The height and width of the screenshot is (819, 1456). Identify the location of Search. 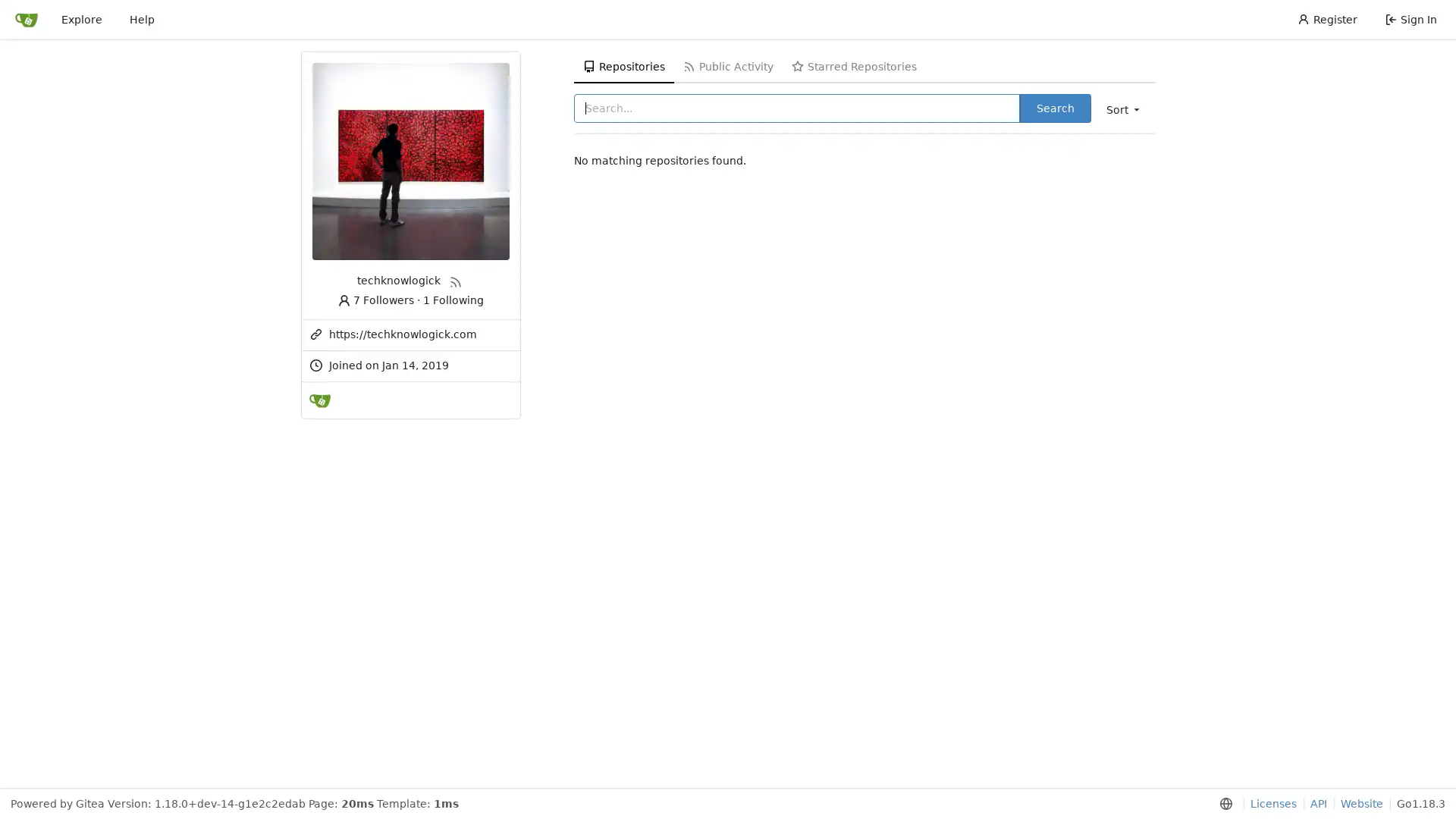
(1054, 107).